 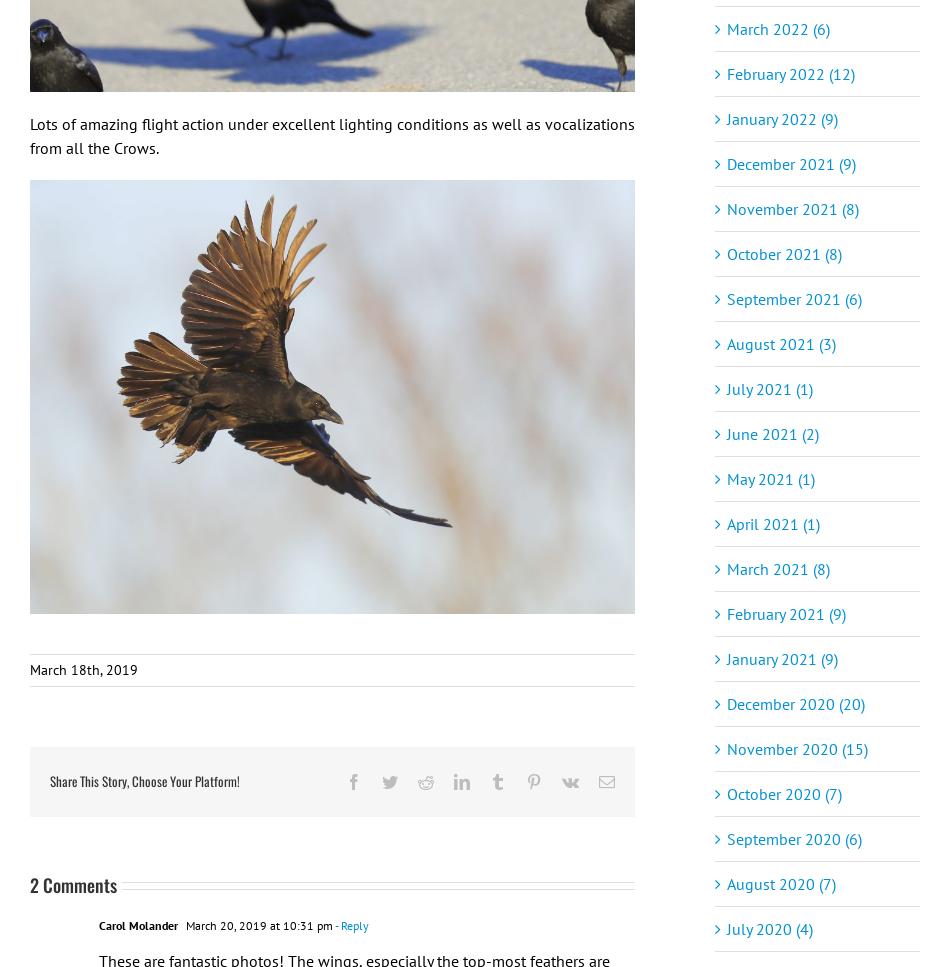 What do you see at coordinates (793, 298) in the screenshot?
I see `'September 2021 (6)'` at bounding box center [793, 298].